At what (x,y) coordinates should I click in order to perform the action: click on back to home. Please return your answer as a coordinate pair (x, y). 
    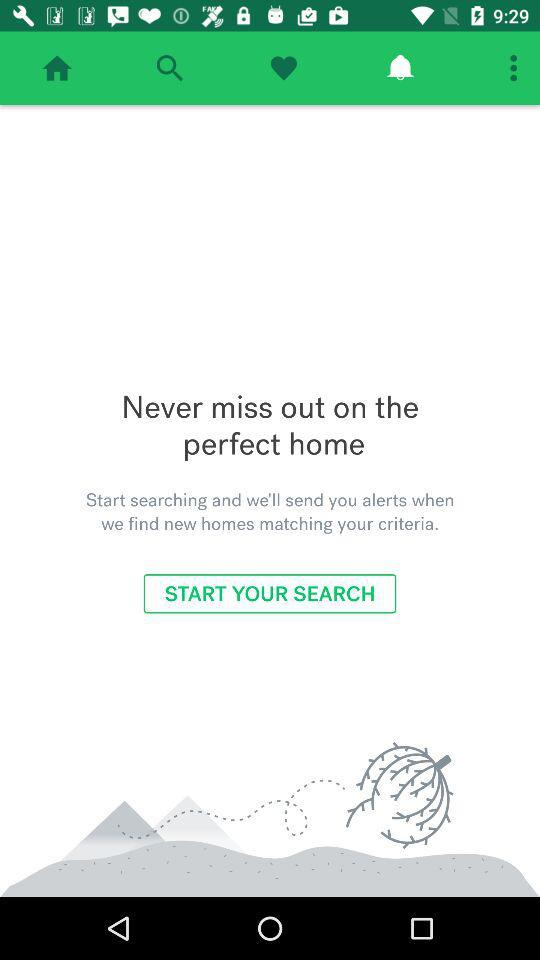
    Looking at the image, I should click on (57, 68).